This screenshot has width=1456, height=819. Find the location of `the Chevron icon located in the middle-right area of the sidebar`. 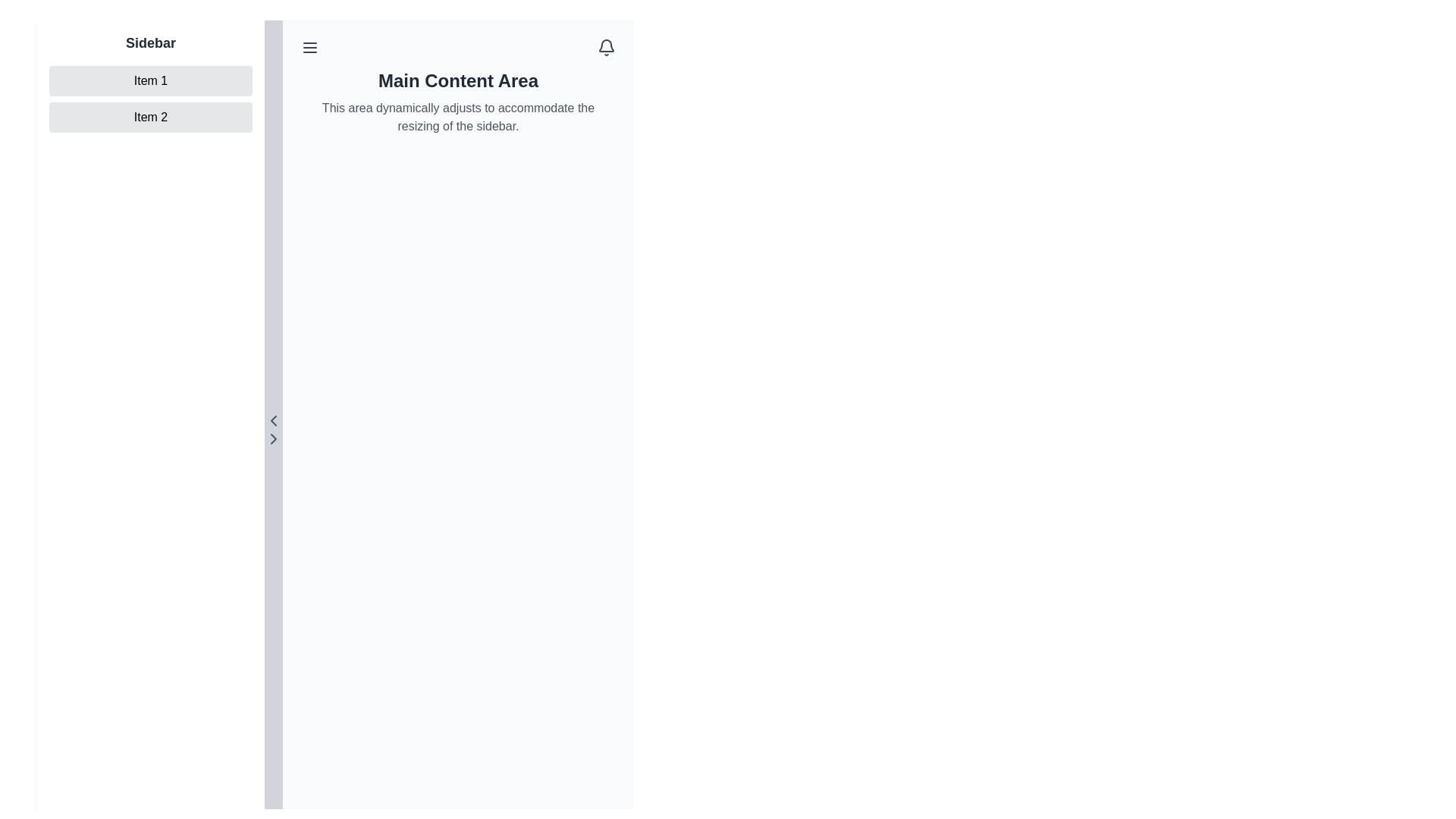

the Chevron icon located in the middle-right area of the sidebar is located at coordinates (273, 438).